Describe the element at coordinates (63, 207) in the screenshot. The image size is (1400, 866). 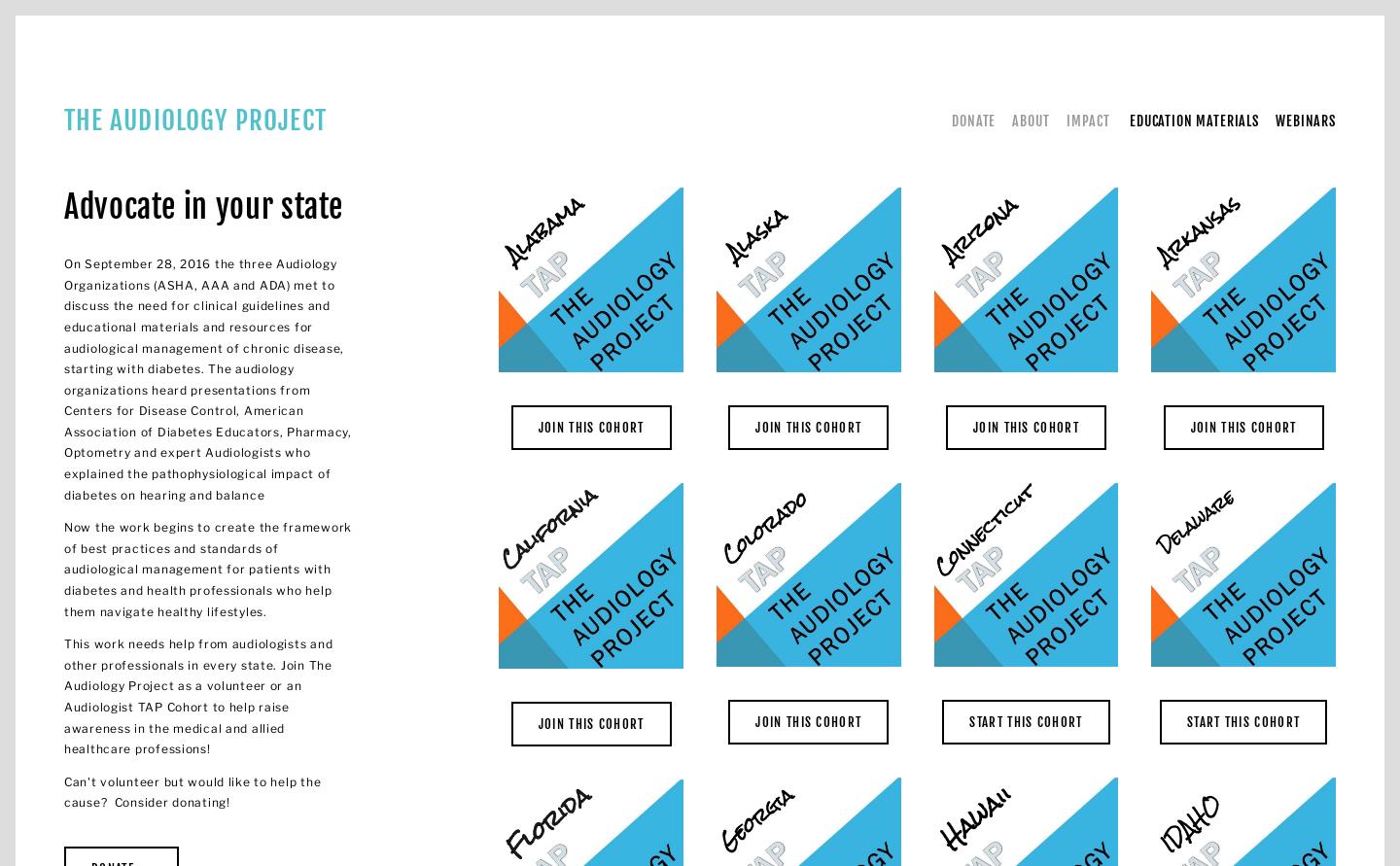
I see `'Advocate in your state'` at that location.